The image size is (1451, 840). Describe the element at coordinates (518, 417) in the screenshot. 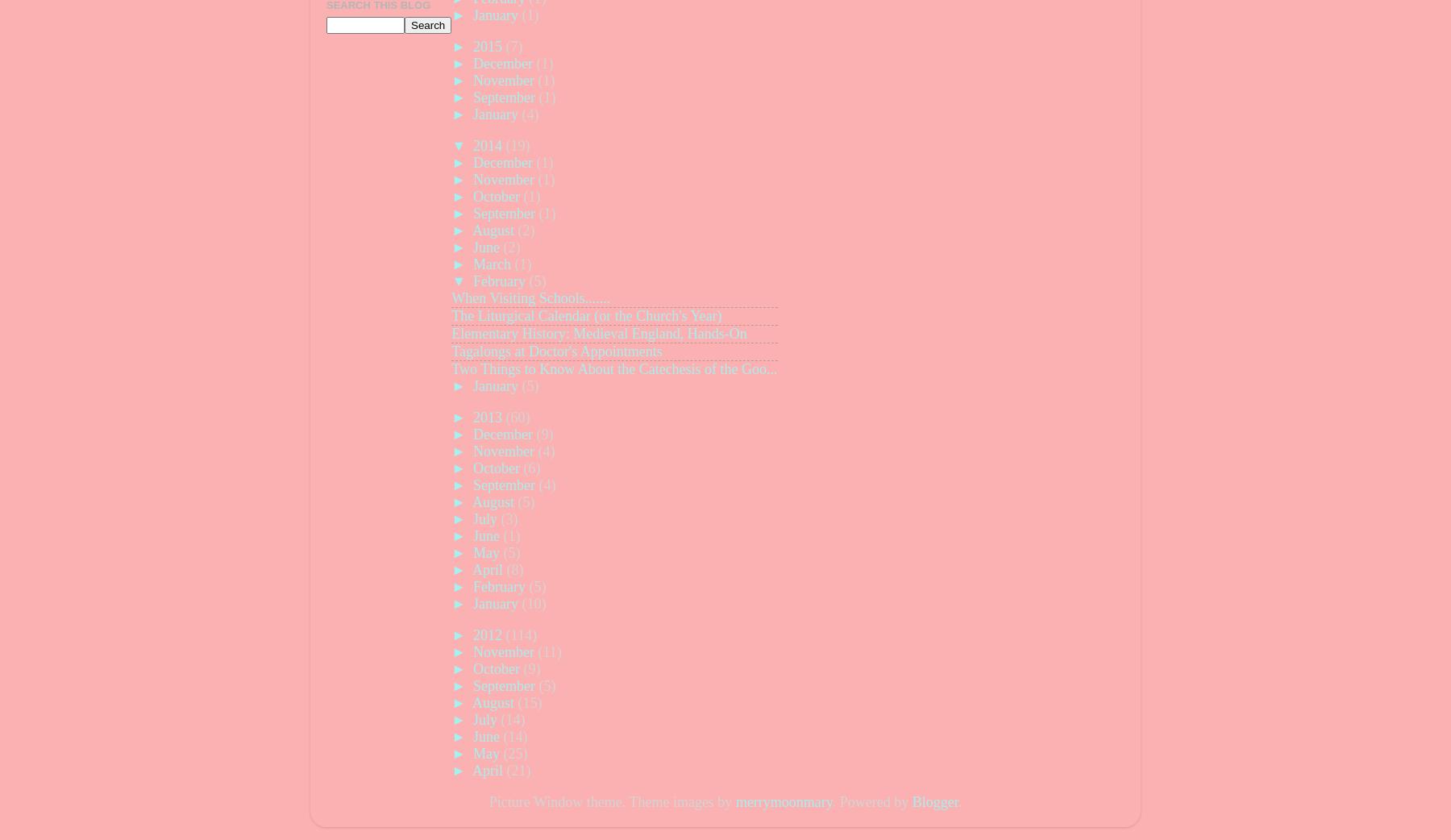

I see `'(60)'` at that location.